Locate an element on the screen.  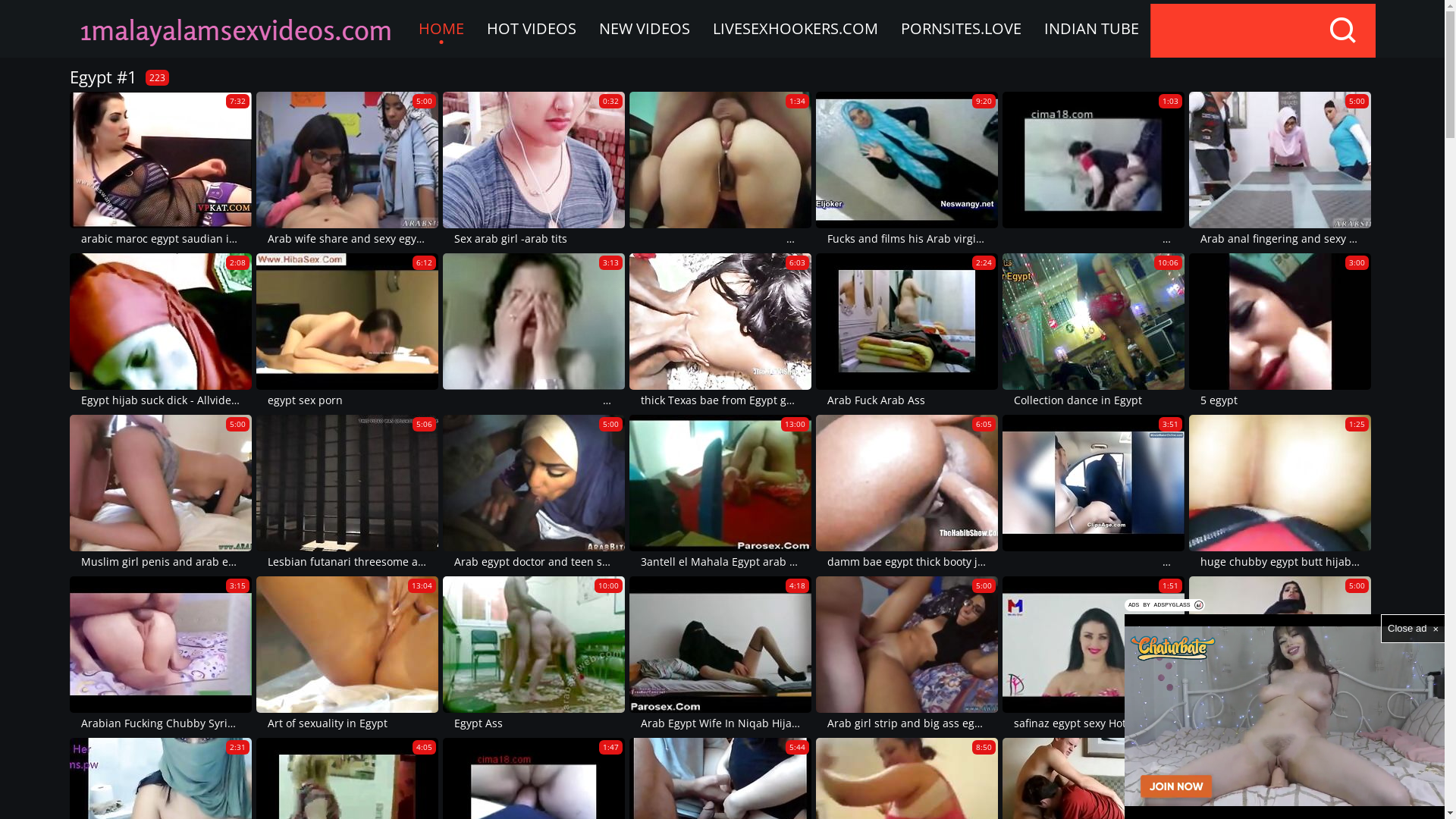
'5:00 is located at coordinates (1279, 170).